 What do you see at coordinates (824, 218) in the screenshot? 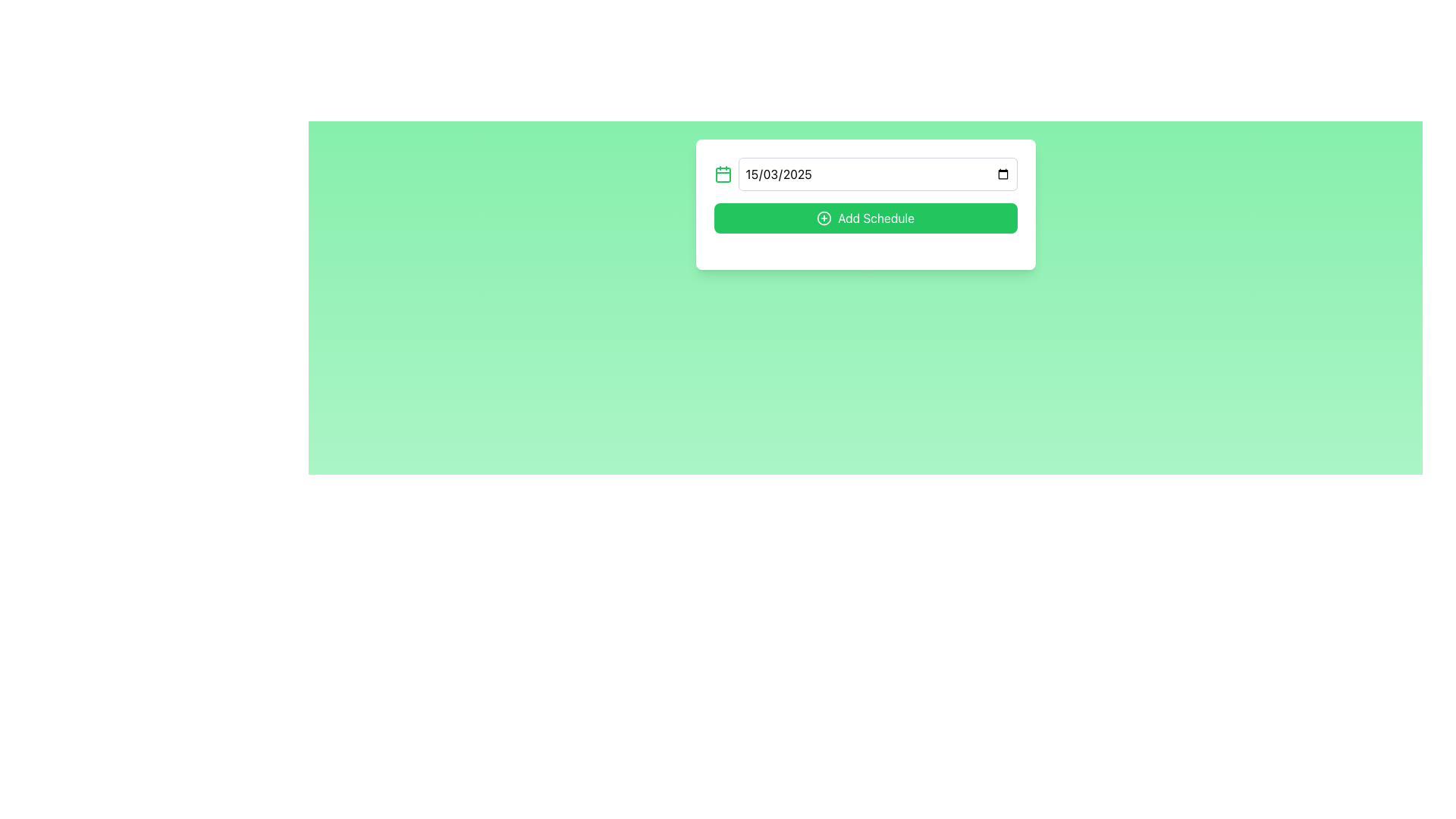
I see `the small circular green icon with a plus sign located on the left side of the 'Add Schedule' text within the green button` at bounding box center [824, 218].